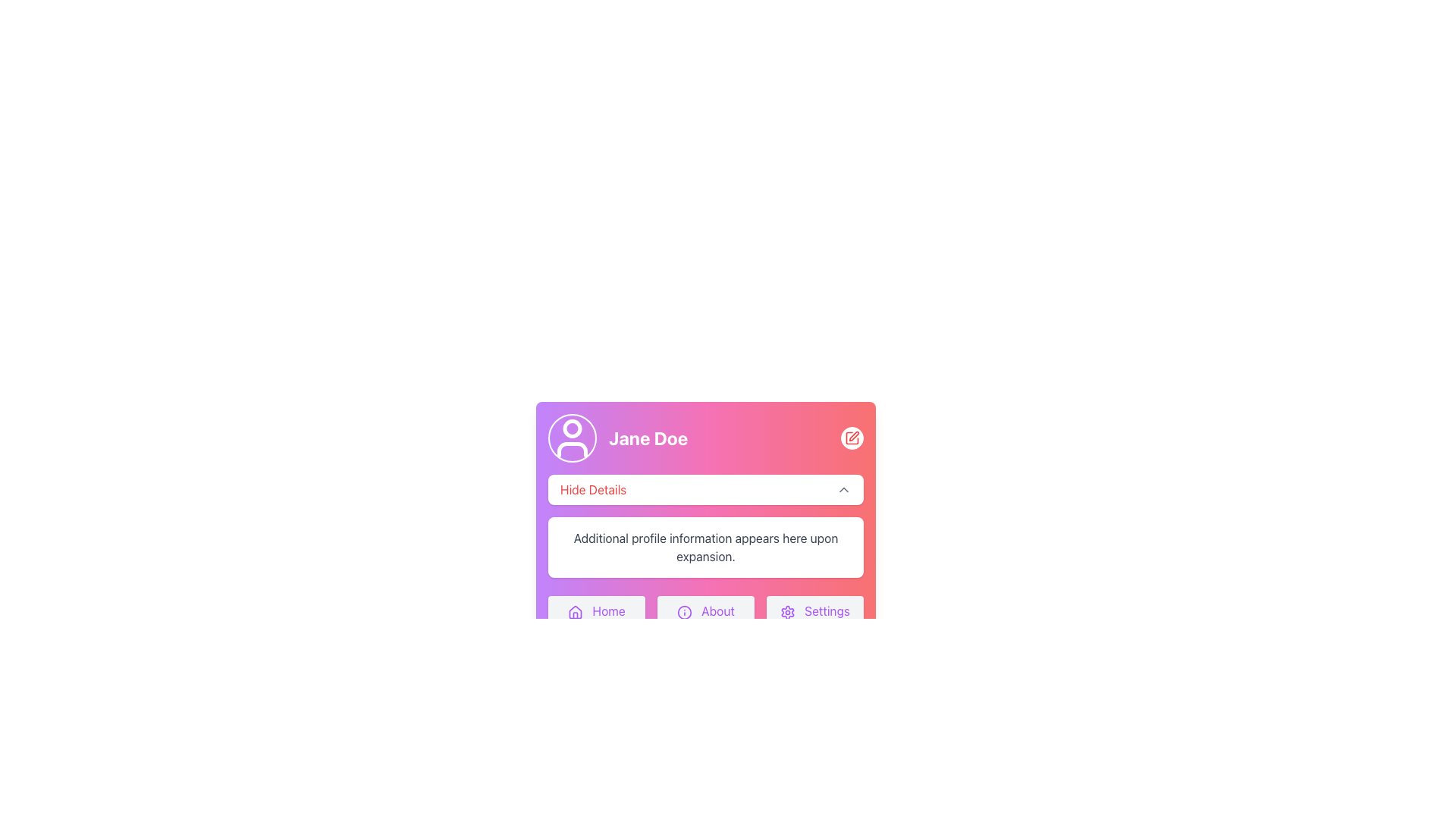  I want to click on the red square-shaped icon button with a pencil symbol inside, located at the top-right corner of the profile card, so click(852, 438).